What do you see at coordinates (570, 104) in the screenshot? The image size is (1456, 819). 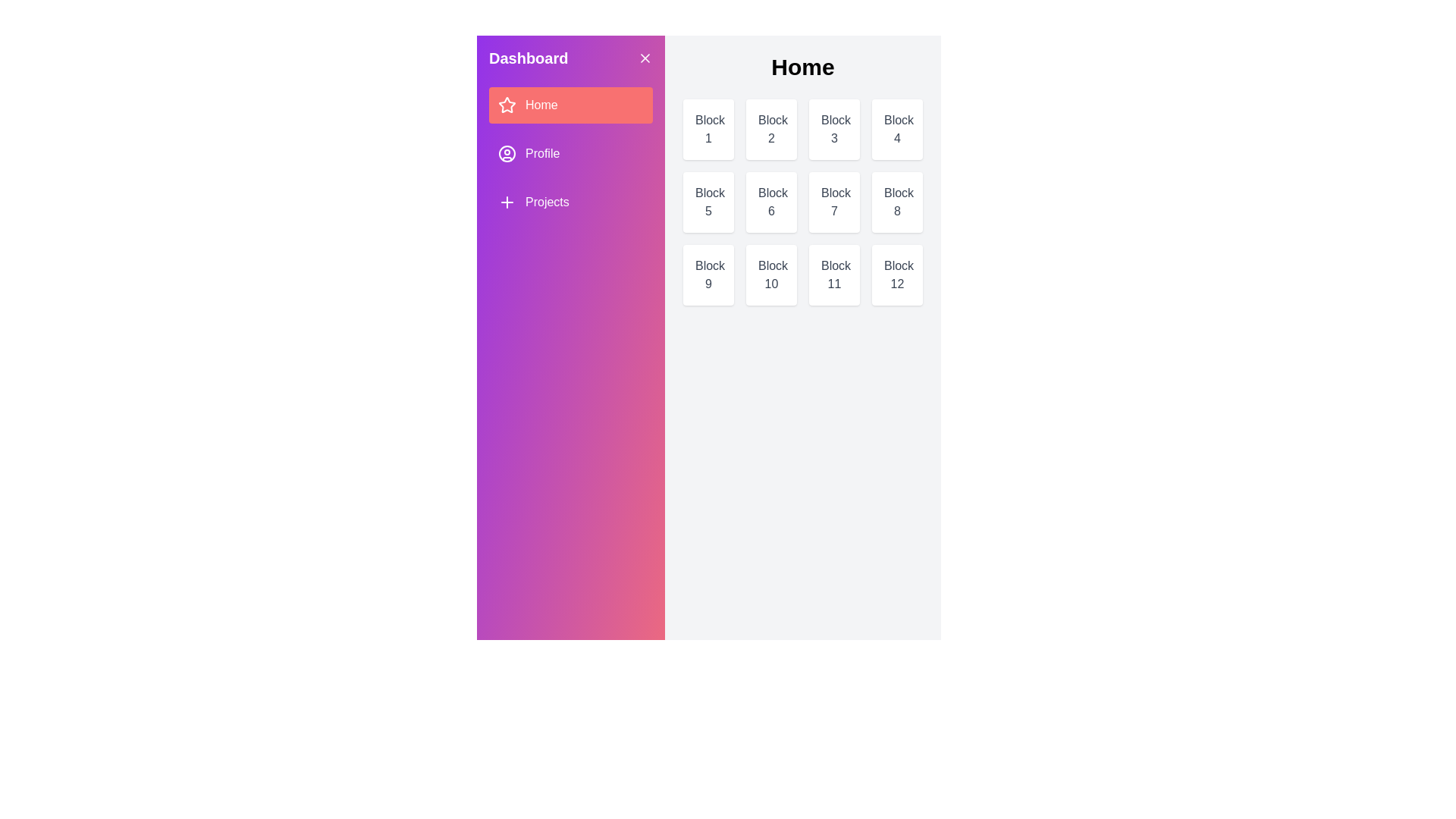 I see `the menu item corresponding to Home to navigate to that section` at bounding box center [570, 104].